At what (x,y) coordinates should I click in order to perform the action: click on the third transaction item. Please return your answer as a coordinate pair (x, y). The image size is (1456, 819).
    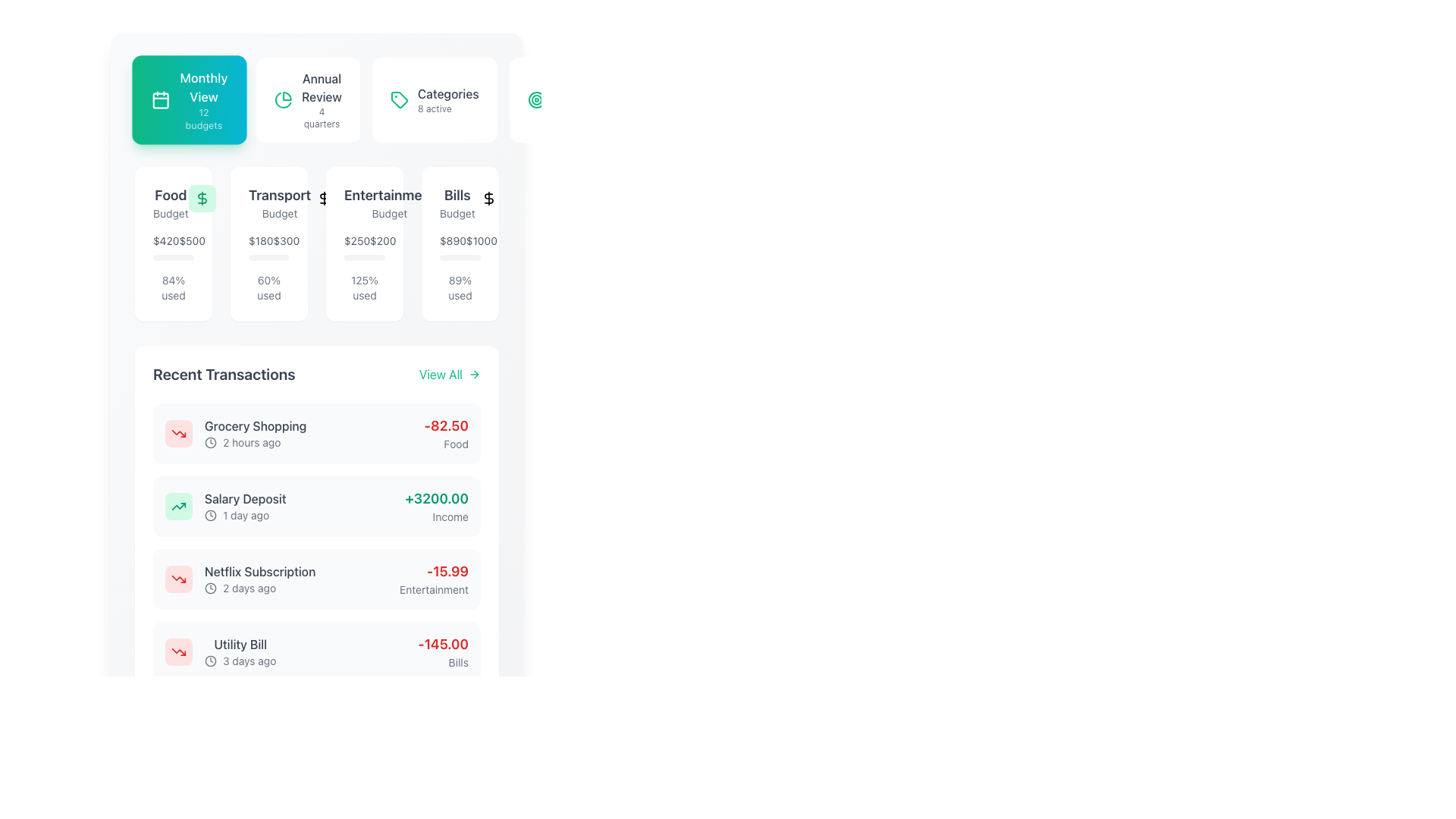
    Looking at the image, I should click on (315, 579).